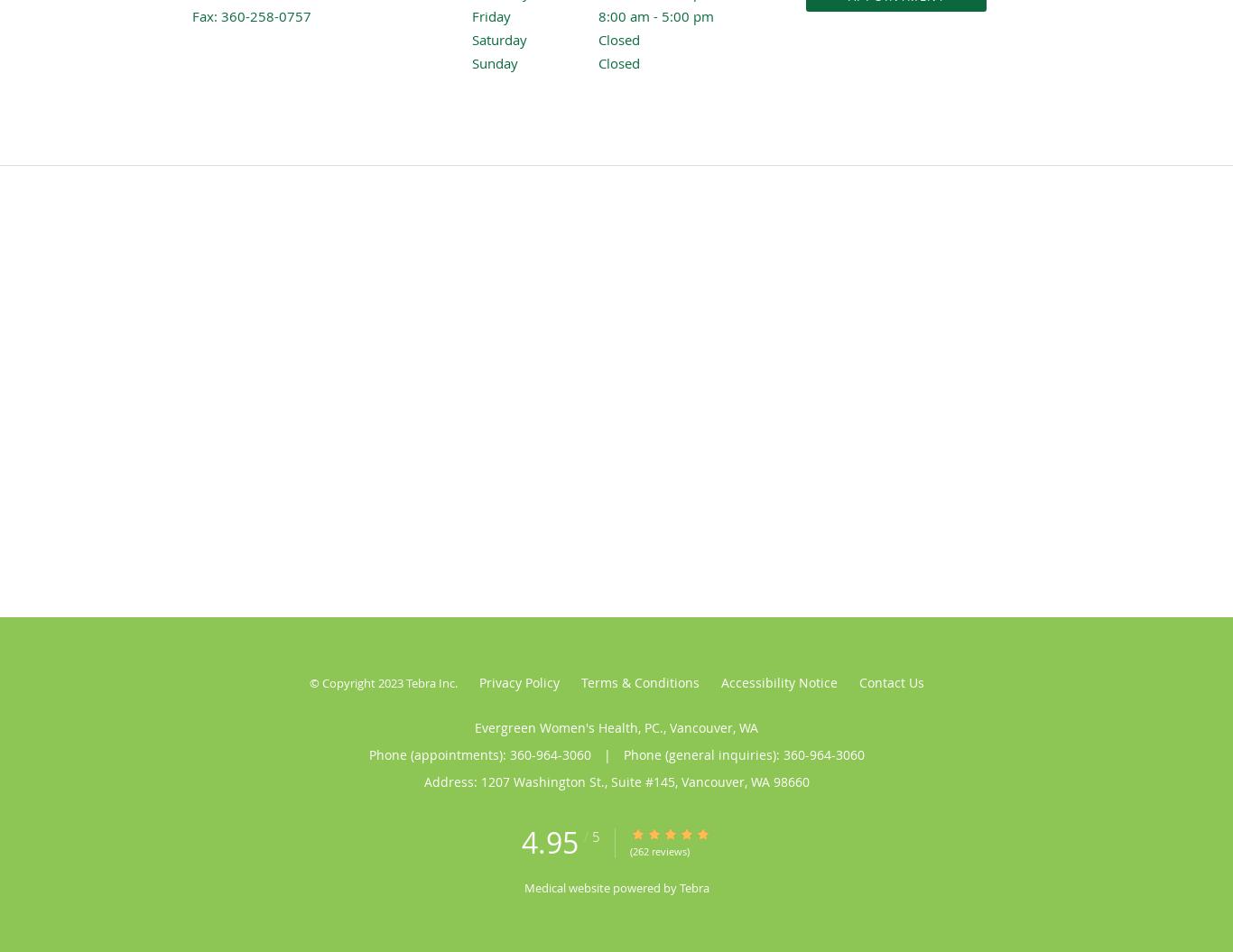 This screenshot has width=1233, height=952. I want to click on '4.95', so click(549, 840).